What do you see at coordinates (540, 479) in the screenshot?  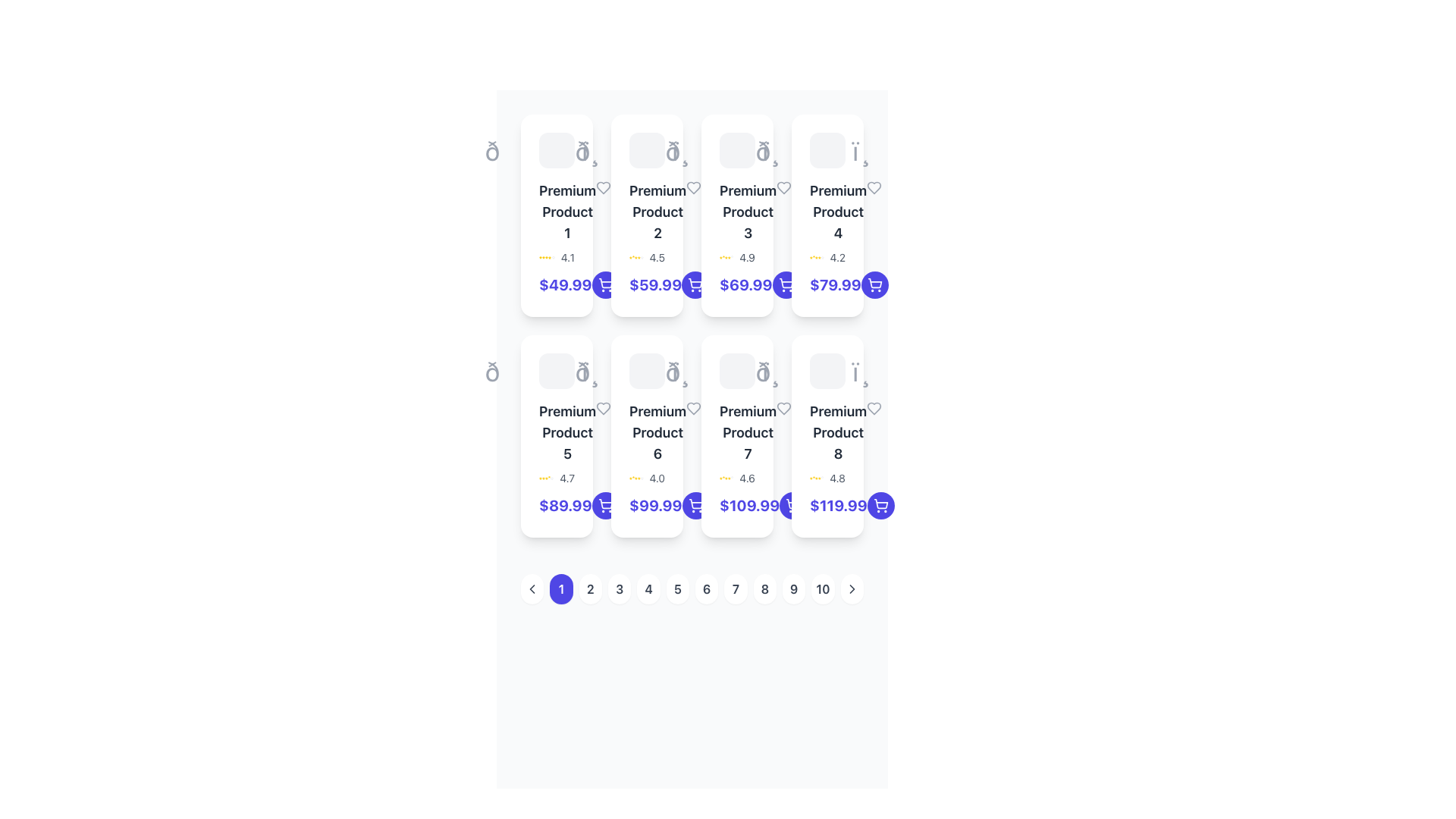 I see `first yellow star icon in the rating system, which indicates a score of 4.7 for the fifth product card in the second row` at bounding box center [540, 479].